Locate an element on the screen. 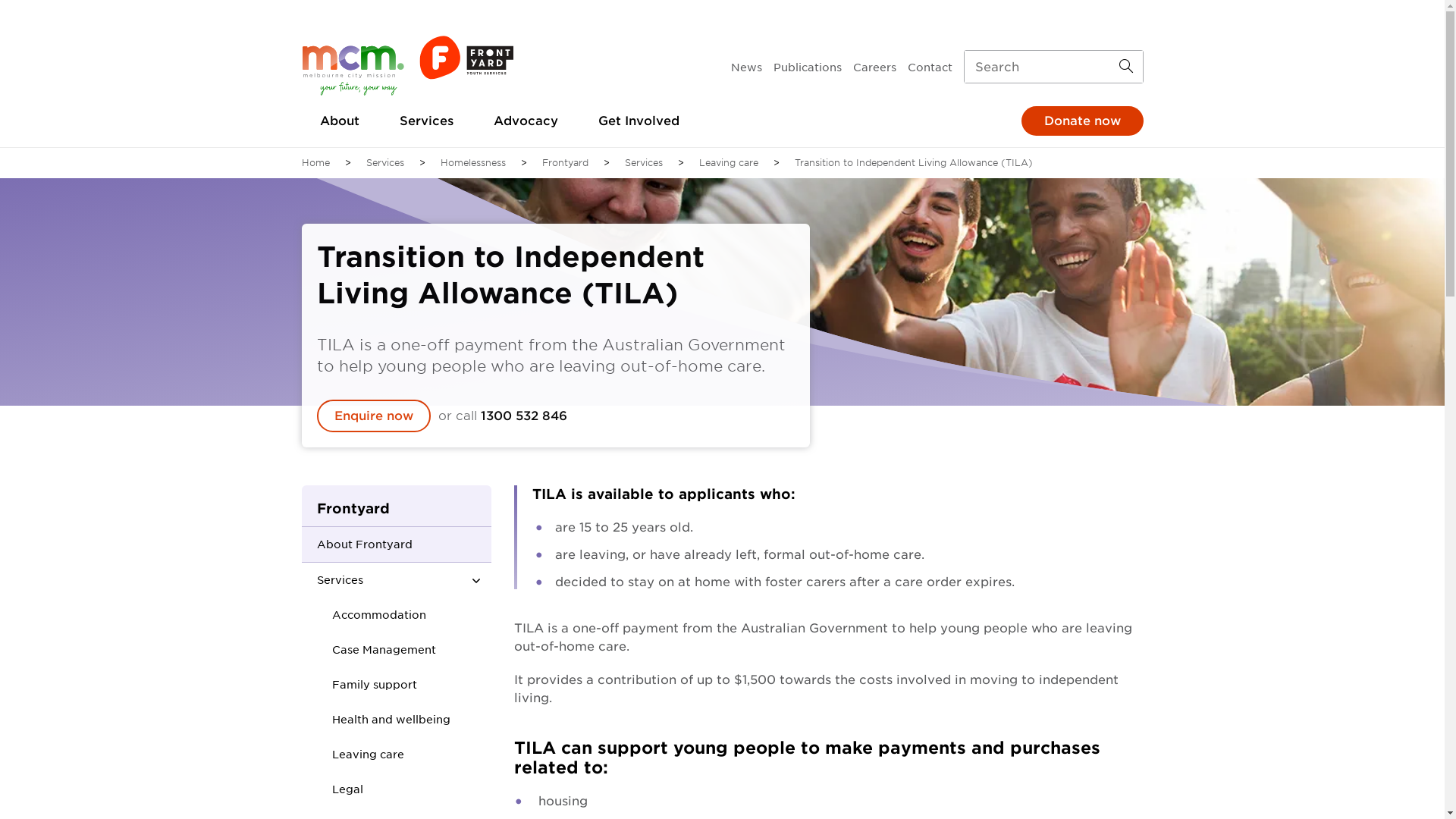 This screenshot has width=1456, height=819. 'Enquire now' is located at coordinates (374, 416).